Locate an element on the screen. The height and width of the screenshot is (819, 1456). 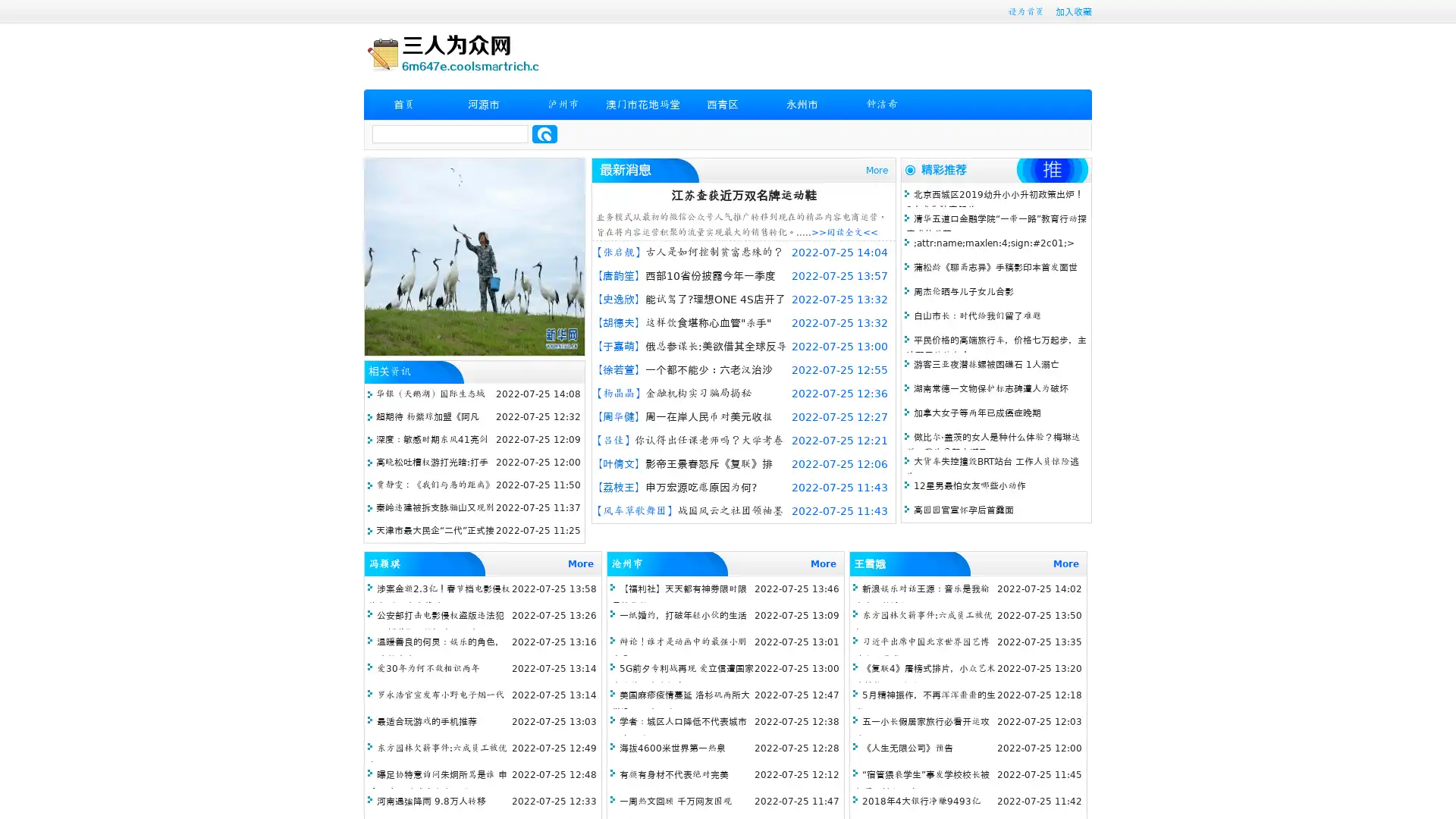
Search is located at coordinates (544, 133).